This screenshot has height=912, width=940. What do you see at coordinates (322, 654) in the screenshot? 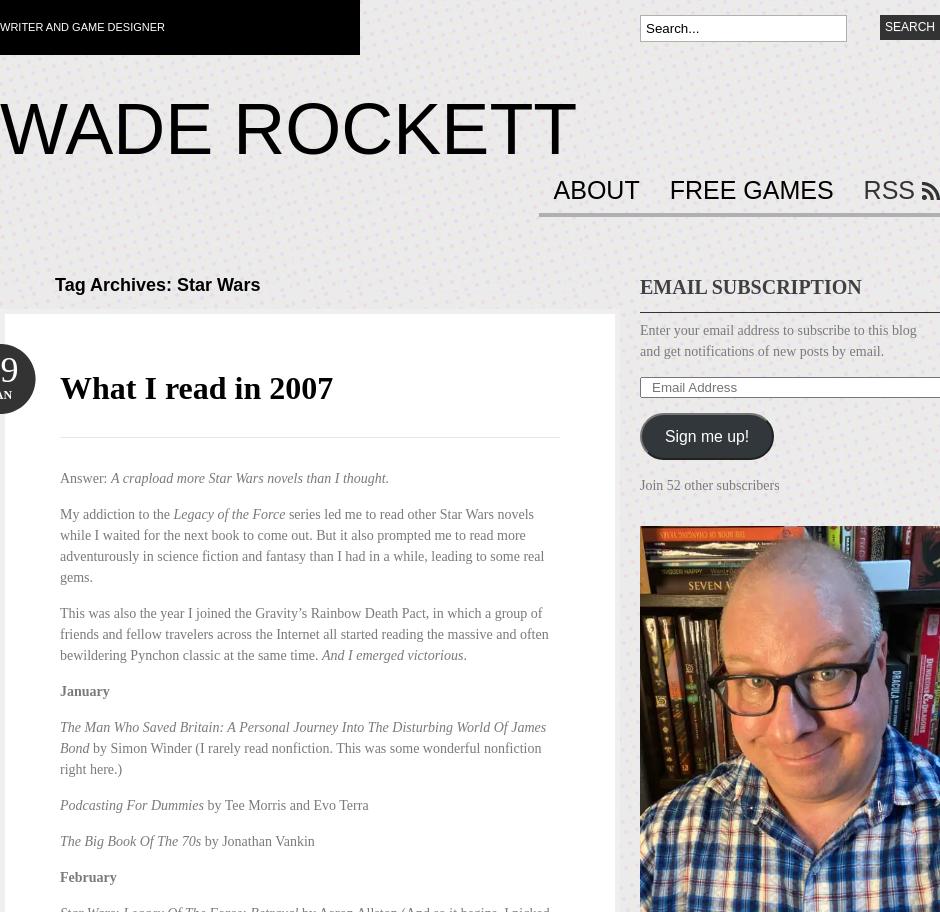
I see `'And I emerged victorious'` at bounding box center [322, 654].